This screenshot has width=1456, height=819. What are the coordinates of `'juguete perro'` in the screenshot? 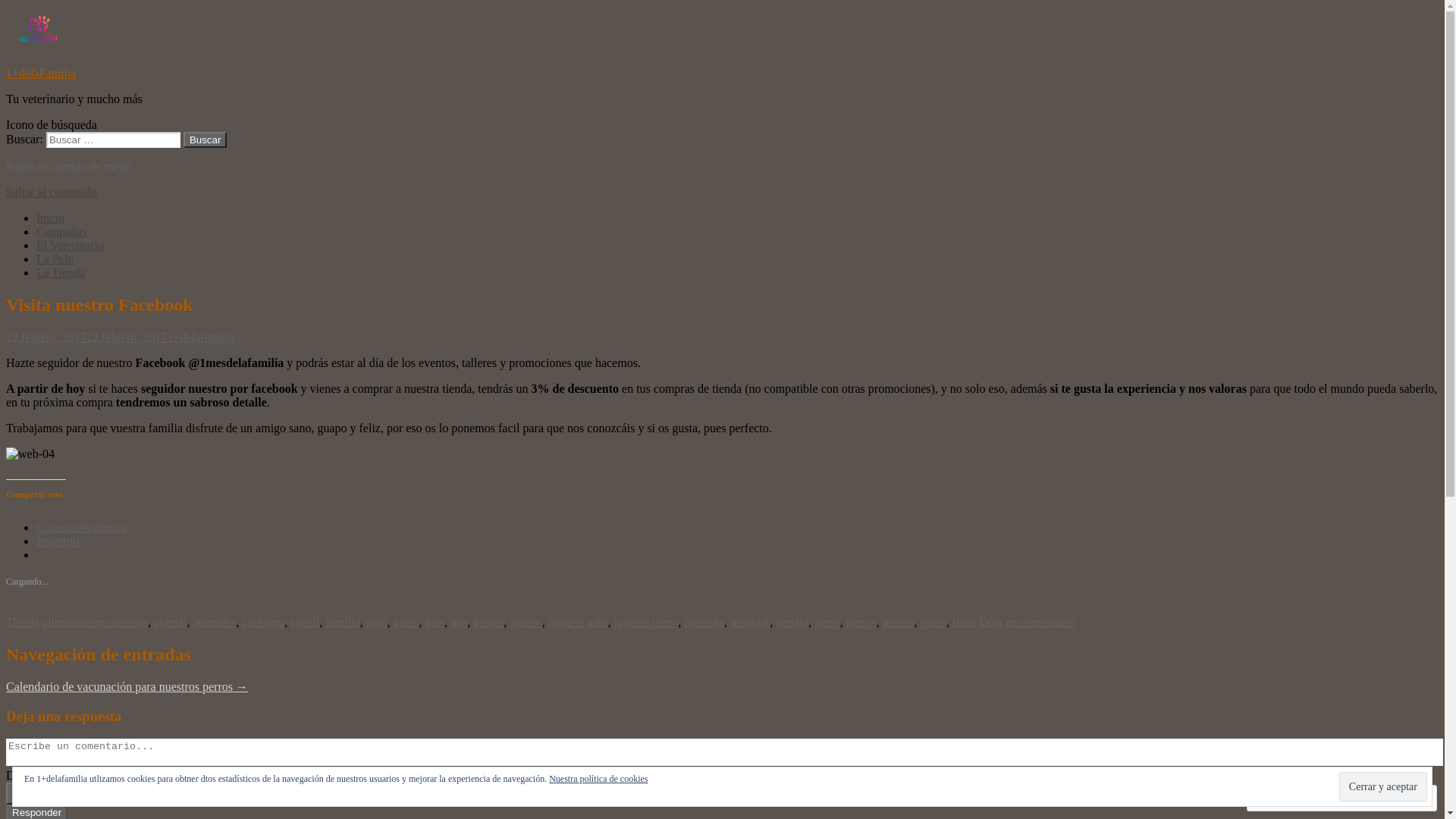 It's located at (646, 622).